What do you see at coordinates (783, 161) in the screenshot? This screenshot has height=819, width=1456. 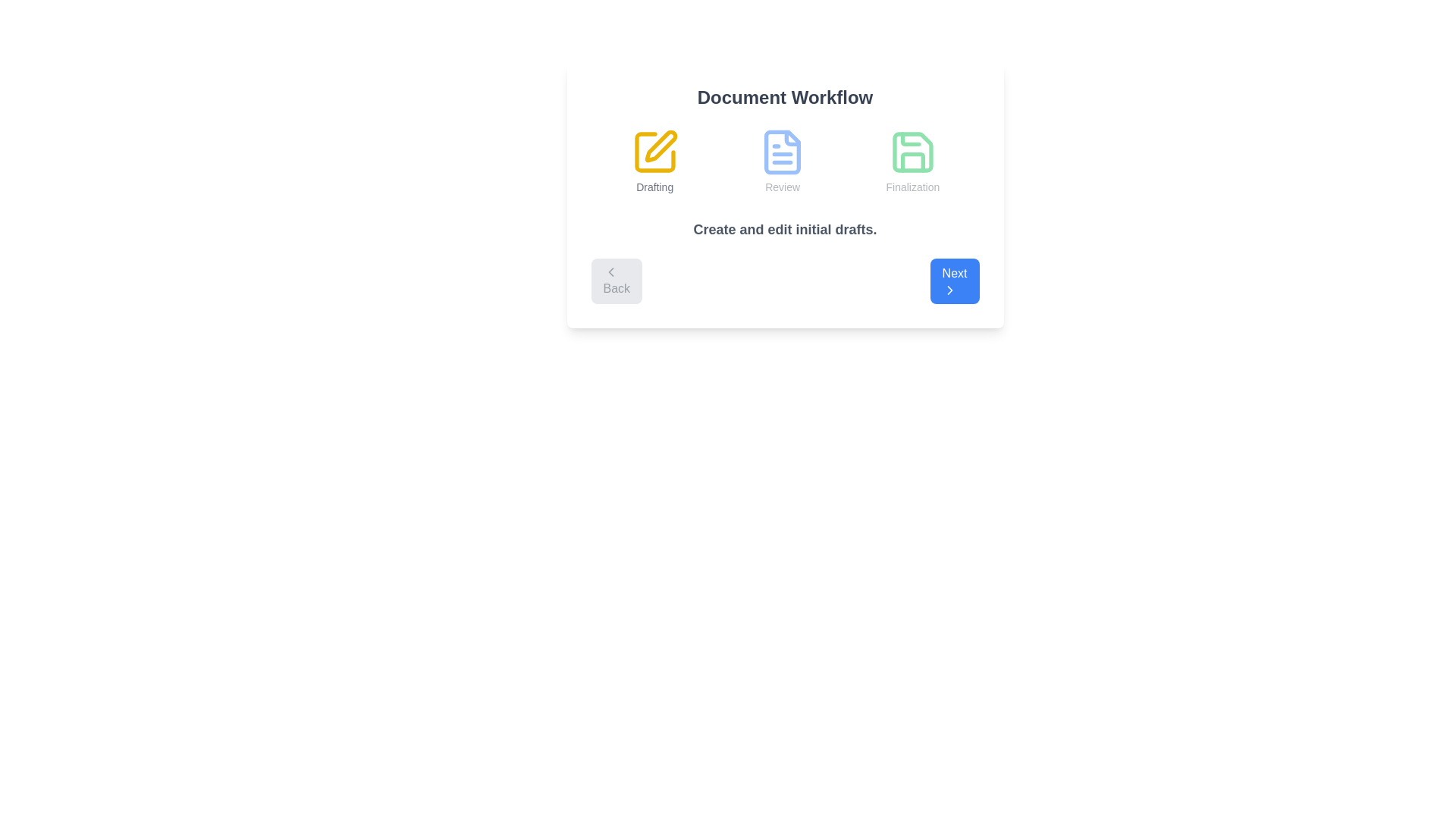 I see `the 'Review' stage icon in the document workflow interface, which is the second item in a group of three icons, positioned between a yellow drafting icon and a green finalization icon` at bounding box center [783, 161].